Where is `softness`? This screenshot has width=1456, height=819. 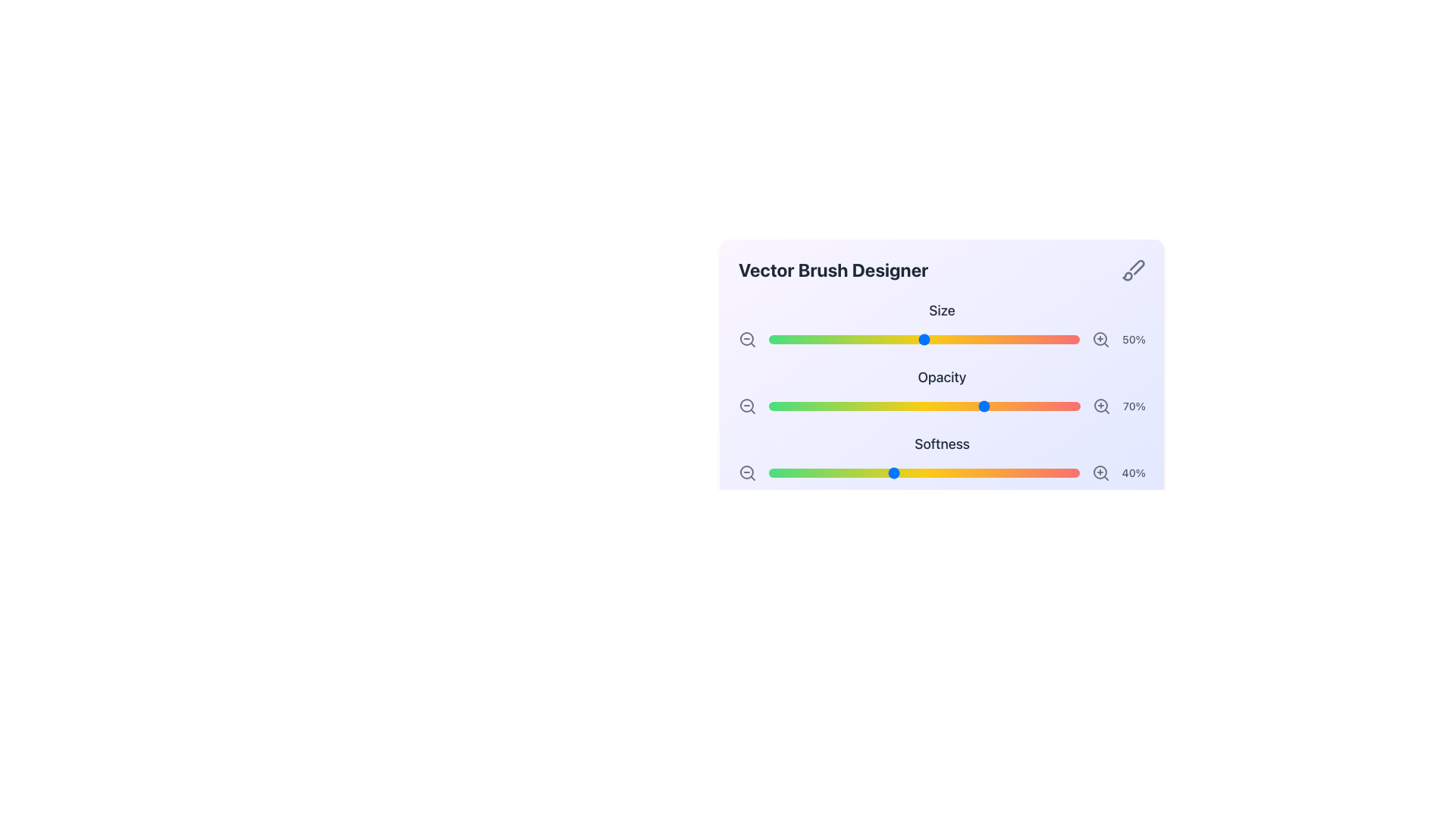
softness is located at coordinates (830, 472).